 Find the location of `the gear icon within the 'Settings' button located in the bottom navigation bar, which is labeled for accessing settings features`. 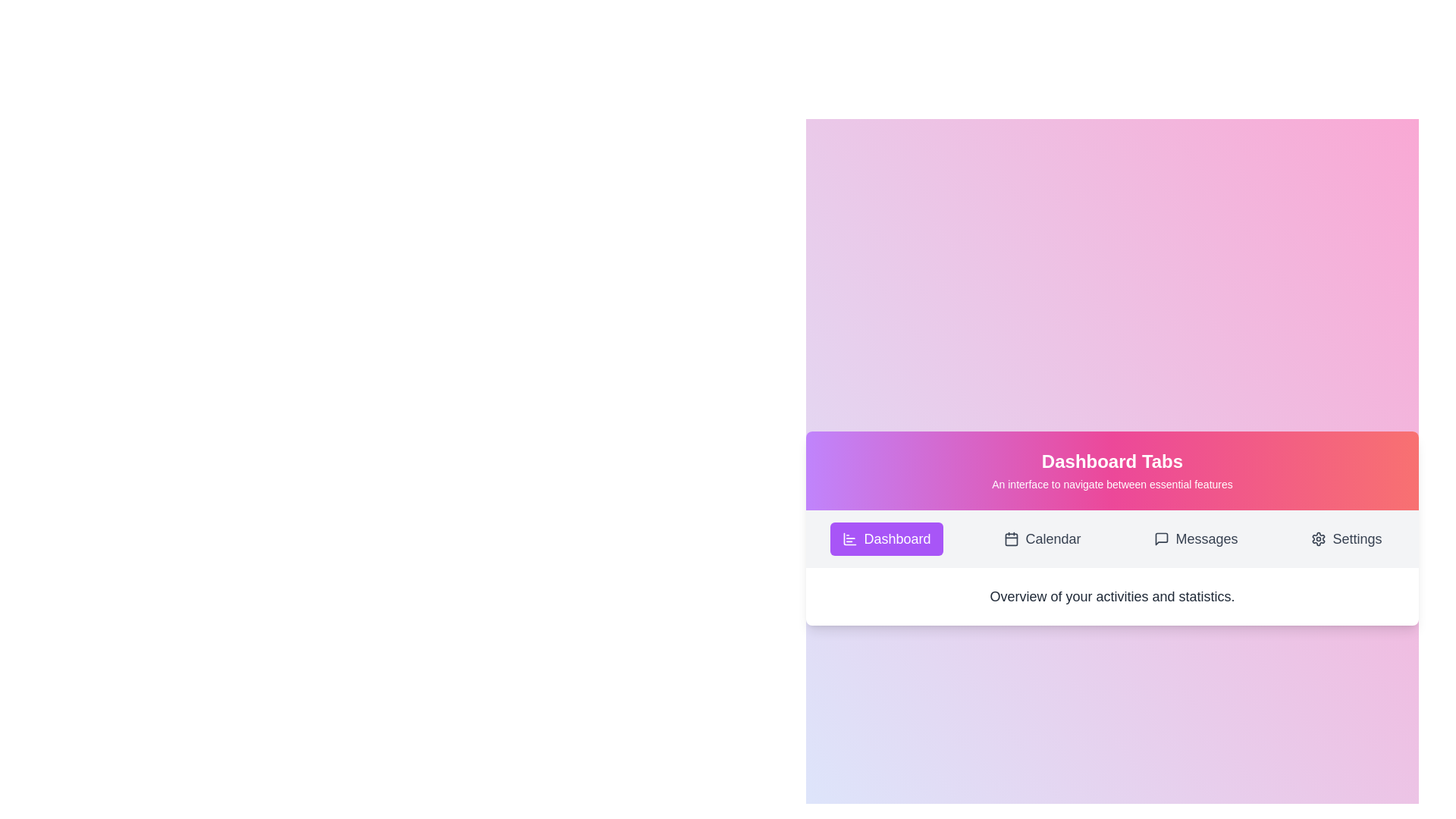

the gear icon within the 'Settings' button located in the bottom navigation bar, which is labeled for accessing settings features is located at coordinates (1318, 538).